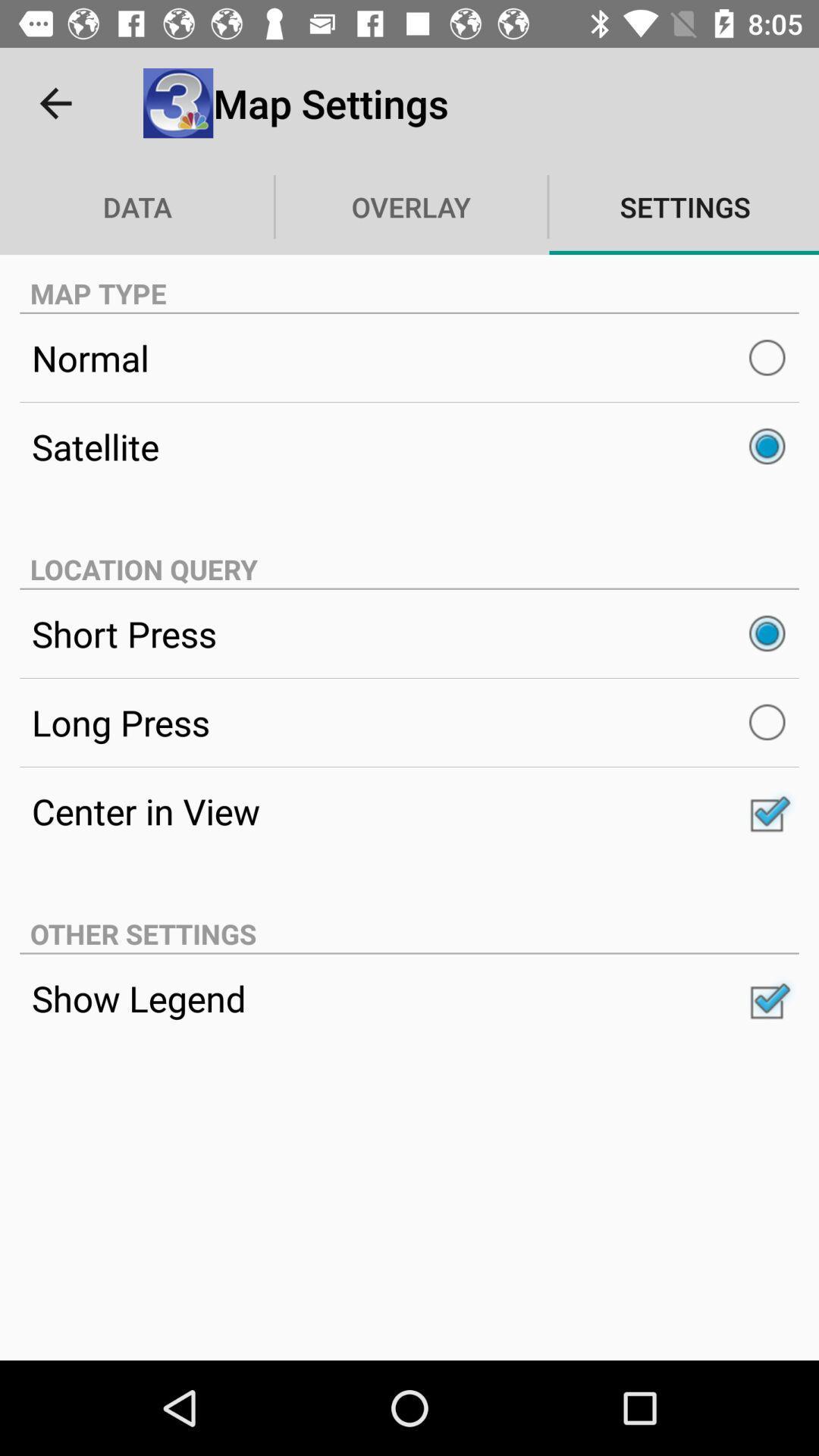 The height and width of the screenshot is (1456, 819). Describe the element at coordinates (409, 810) in the screenshot. I see `center in view item` at that location.